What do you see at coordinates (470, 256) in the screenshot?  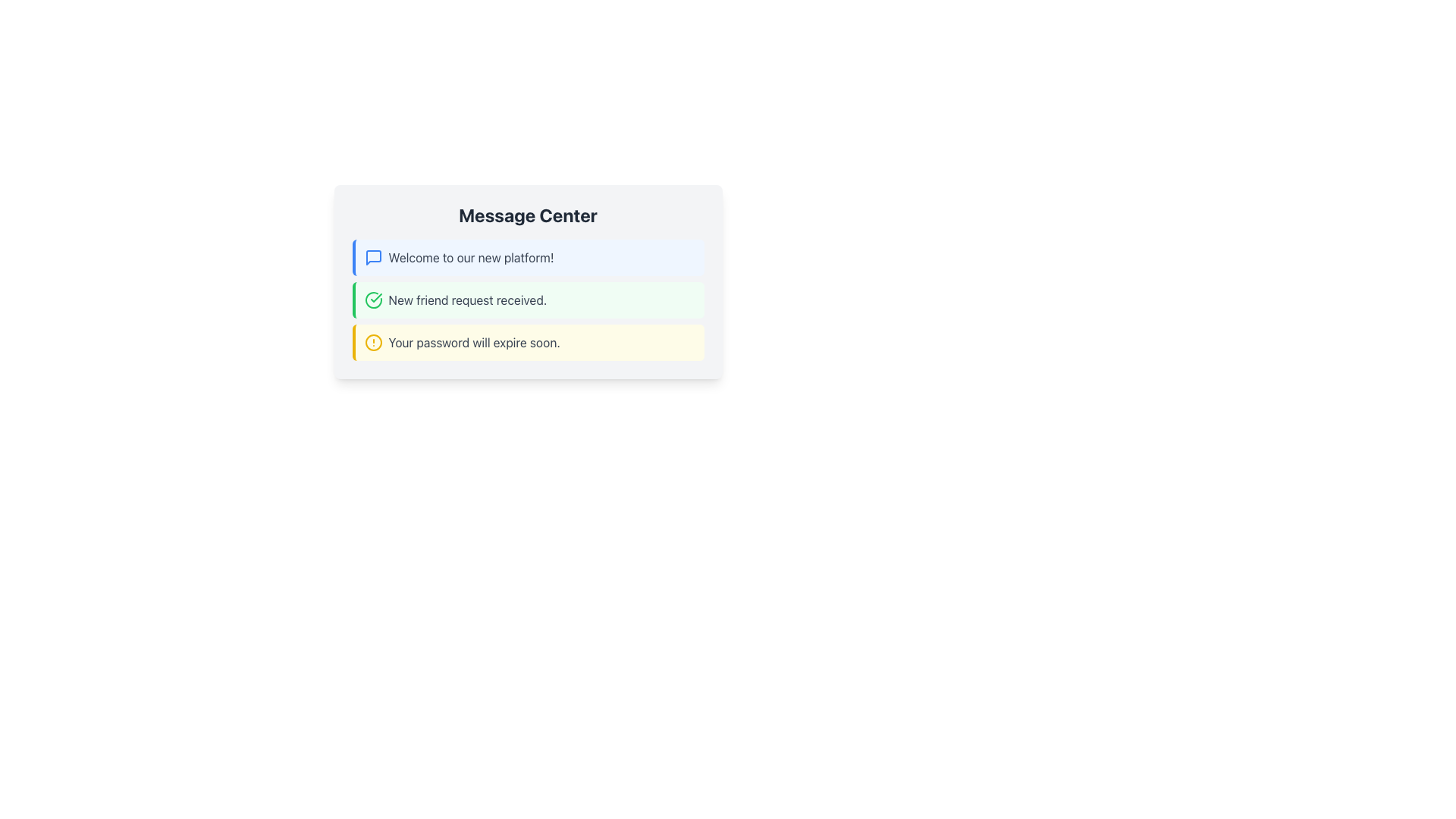 I see `message from the Text Label that conveys a welcome notification in the Message Center panel` at bounding box center [470, 256].